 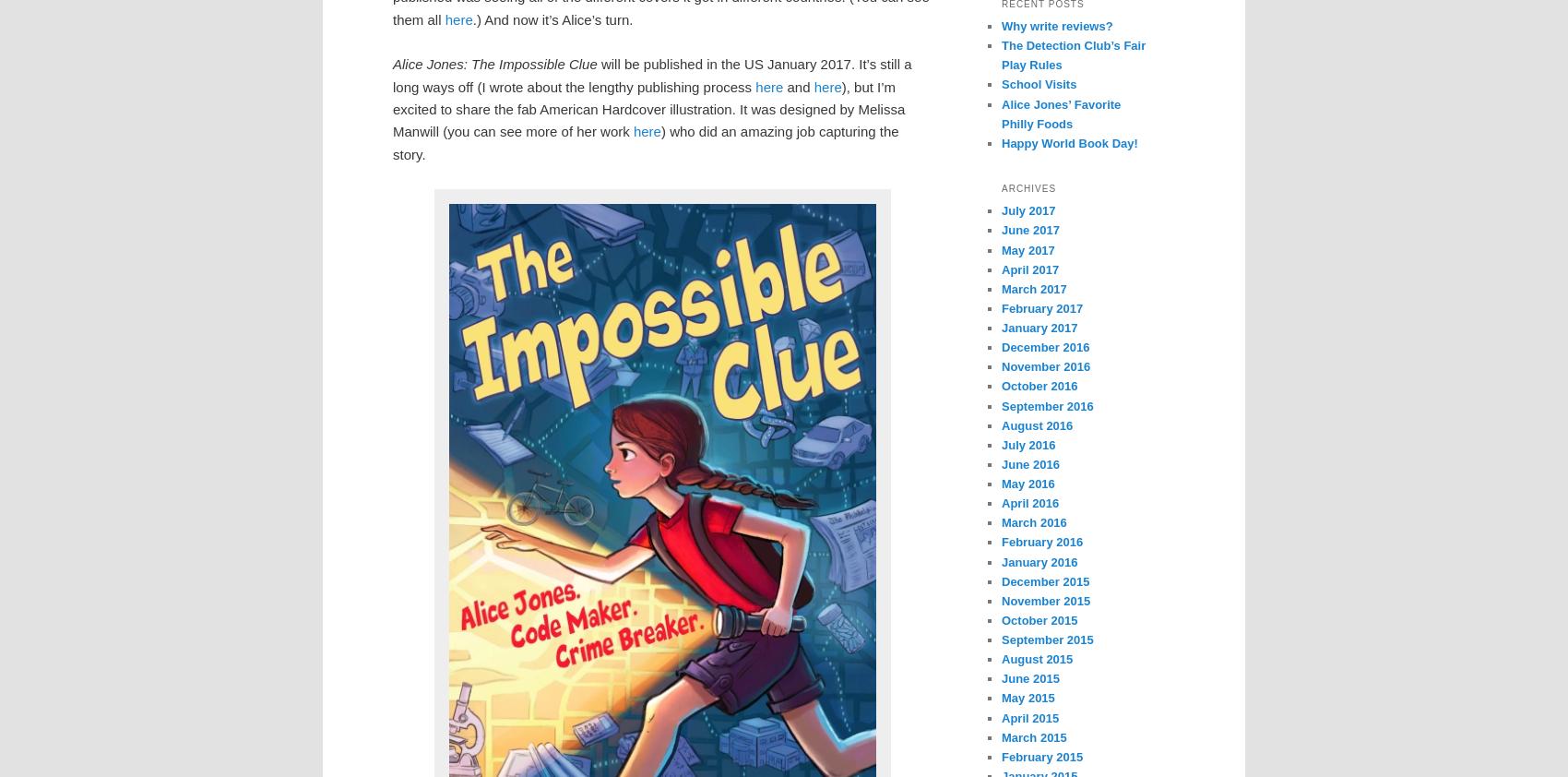 I want to click on 'May 2017', so click(x=1028, y=249).